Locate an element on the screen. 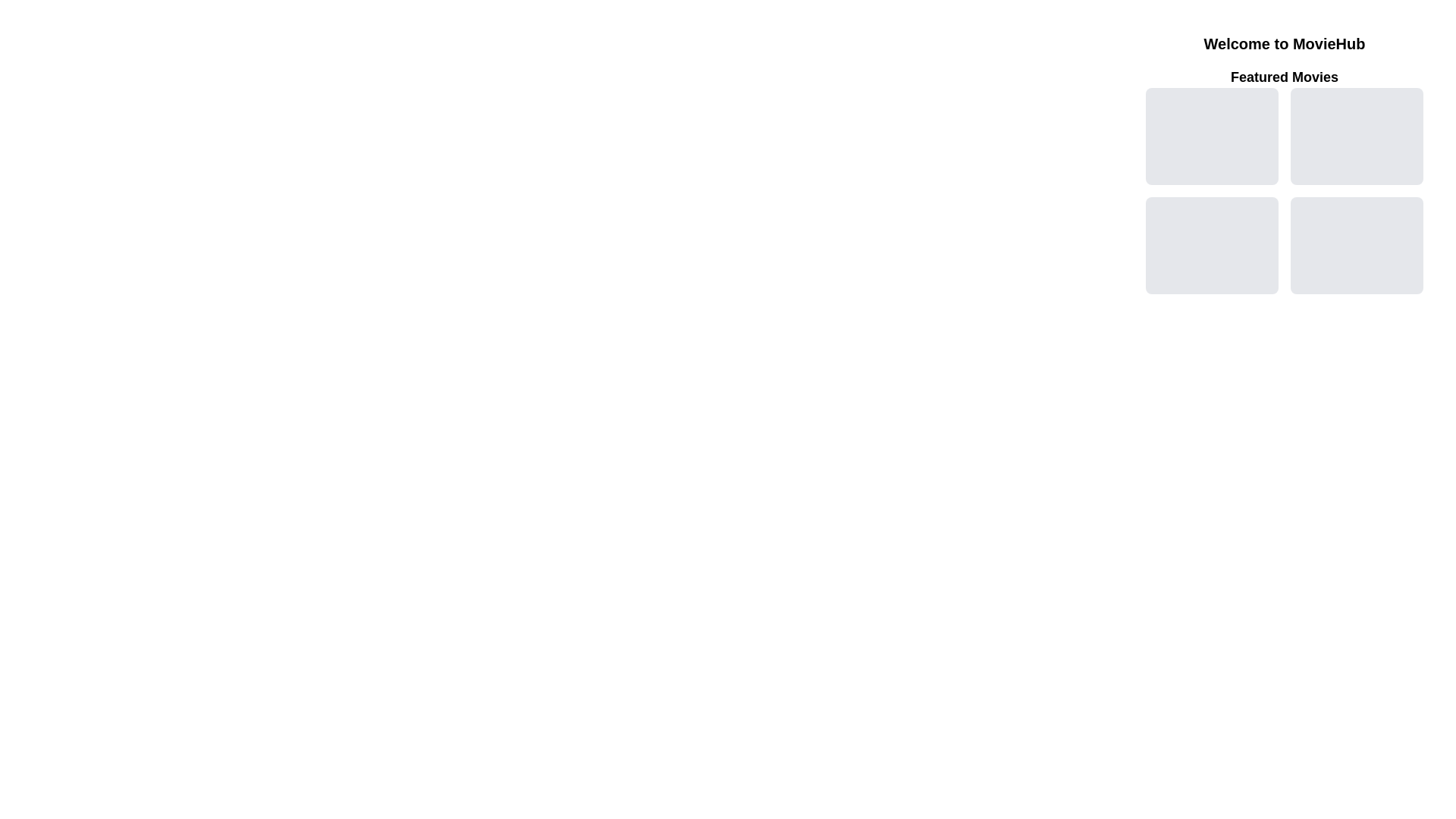 Image resolution: width=1456 pixels, height=819 pixels. the house-shaped icon at the bottom center of the interface, which indicates the 'Home' functionality is located at coordinates (1178, 806).